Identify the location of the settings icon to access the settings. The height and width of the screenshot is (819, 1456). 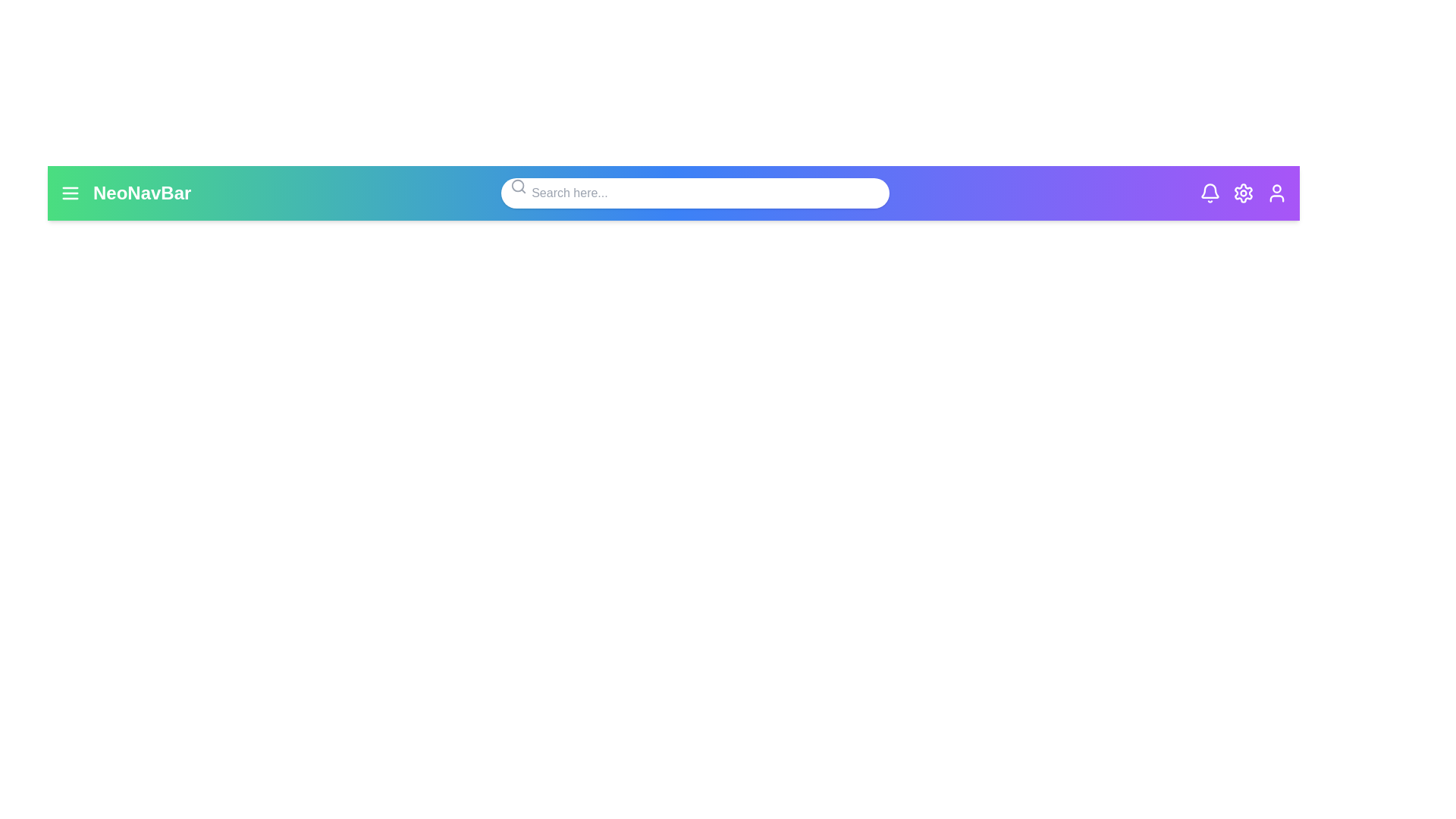
(1244, 192).